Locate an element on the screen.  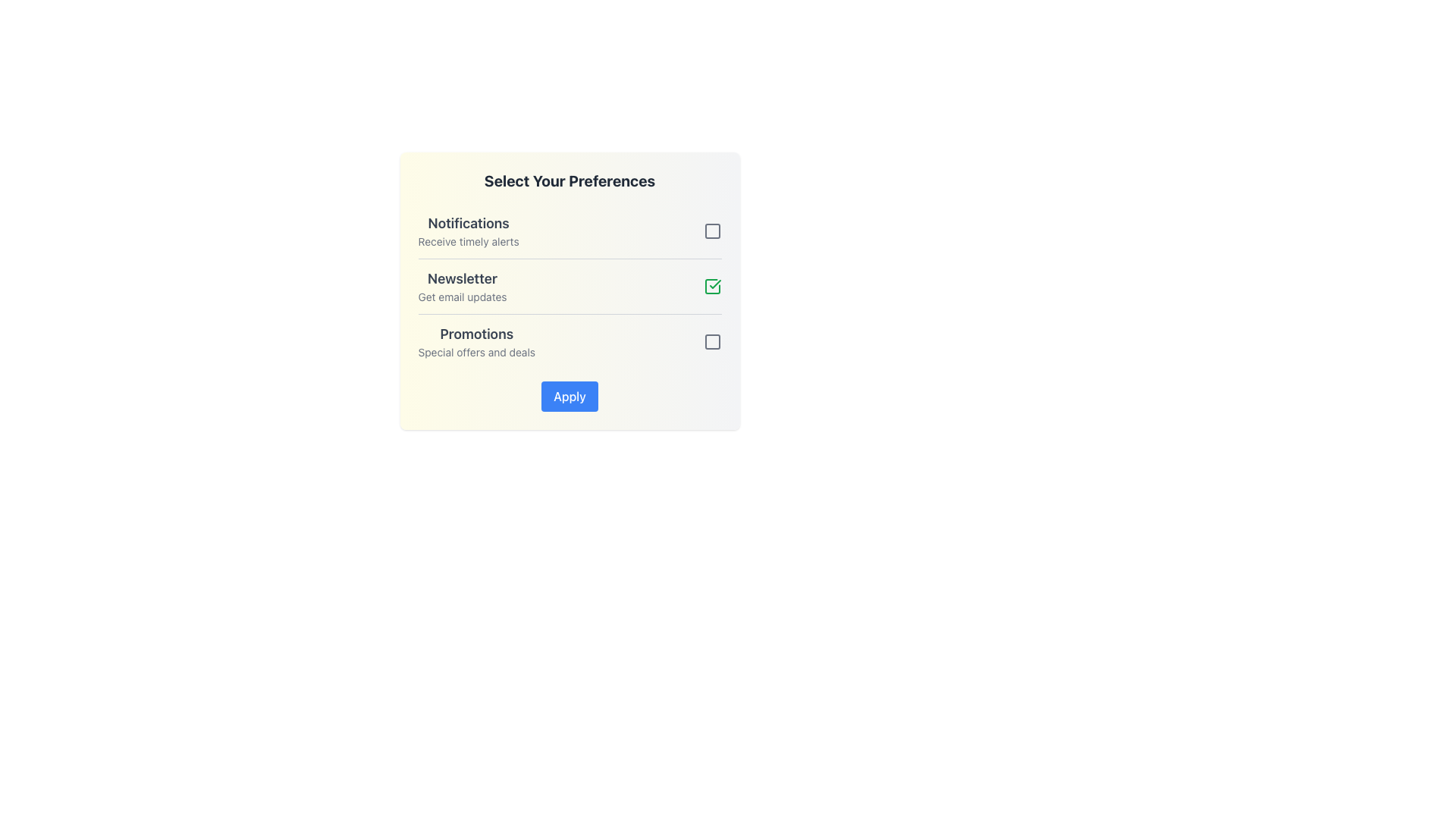
the Interactive Checkbox for 'Promotions' option in the 'Select Your Preferences' section to provide visual feedback is located at coordinates (711, 342).